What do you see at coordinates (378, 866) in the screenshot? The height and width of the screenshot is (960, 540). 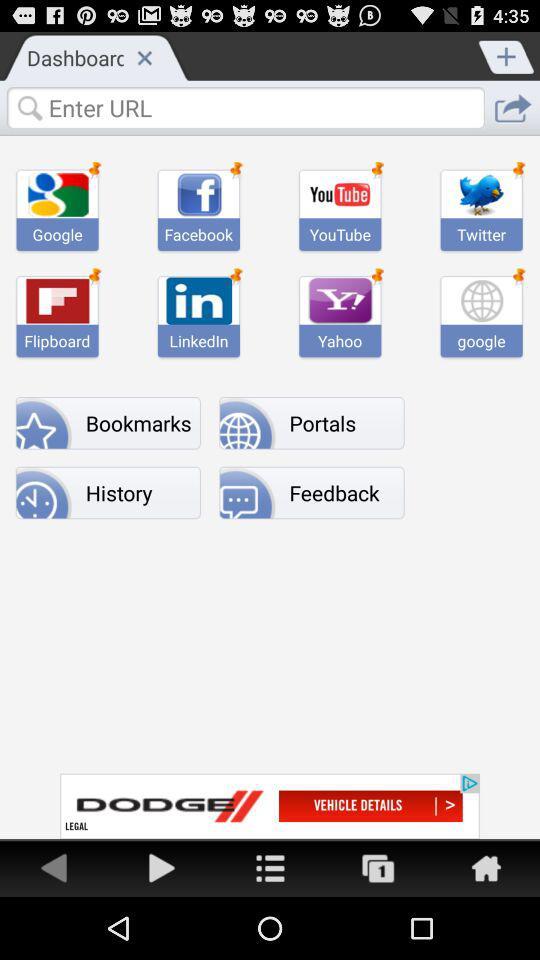 I see `copy the info` at bounding box center [378, 866].